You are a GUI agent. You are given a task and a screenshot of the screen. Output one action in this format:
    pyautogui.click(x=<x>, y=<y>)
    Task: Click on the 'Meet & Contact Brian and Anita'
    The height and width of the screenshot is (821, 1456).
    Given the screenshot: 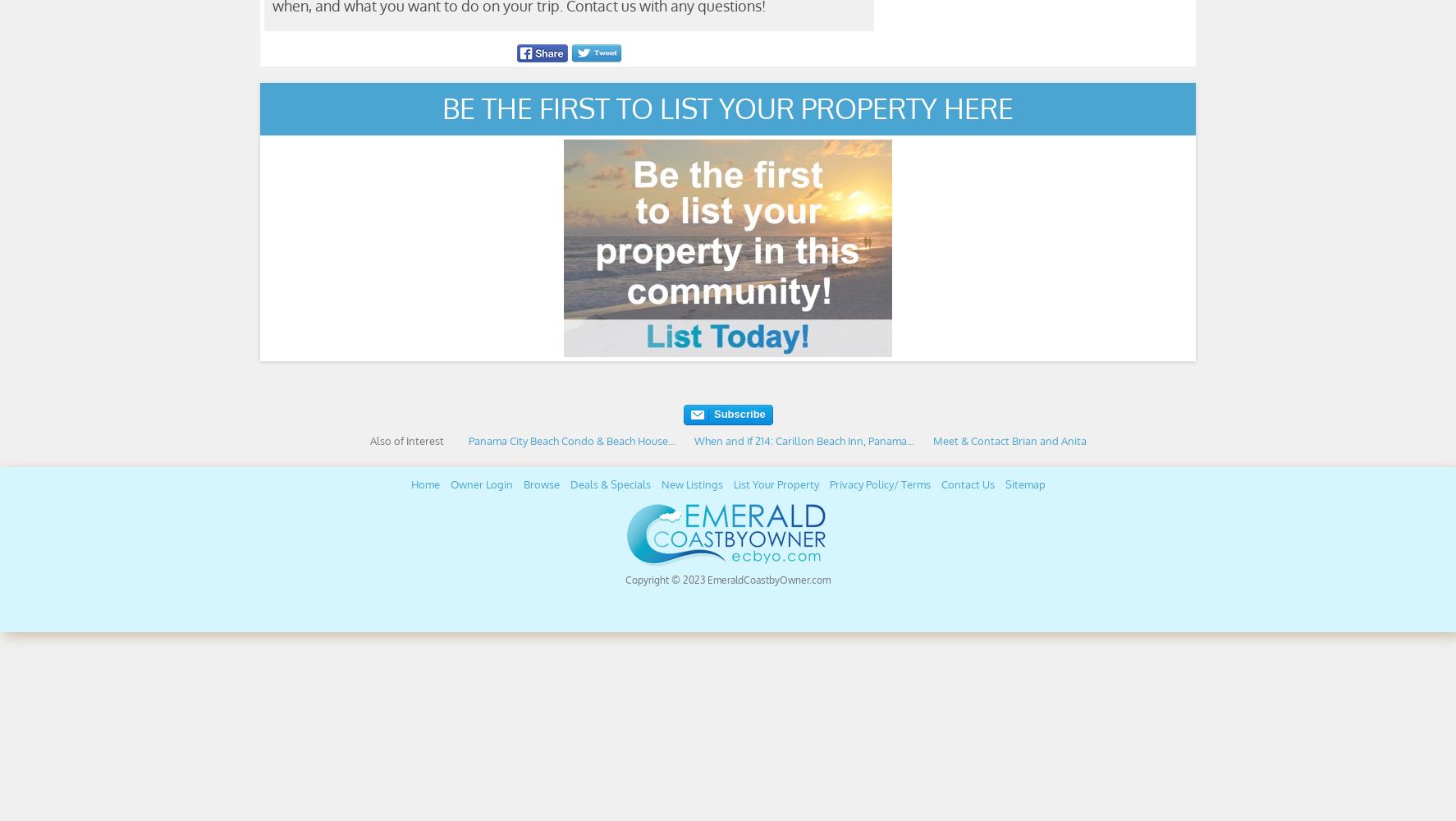 What is the action you would take?
    pyautogui.click(x=932, y=441)
    